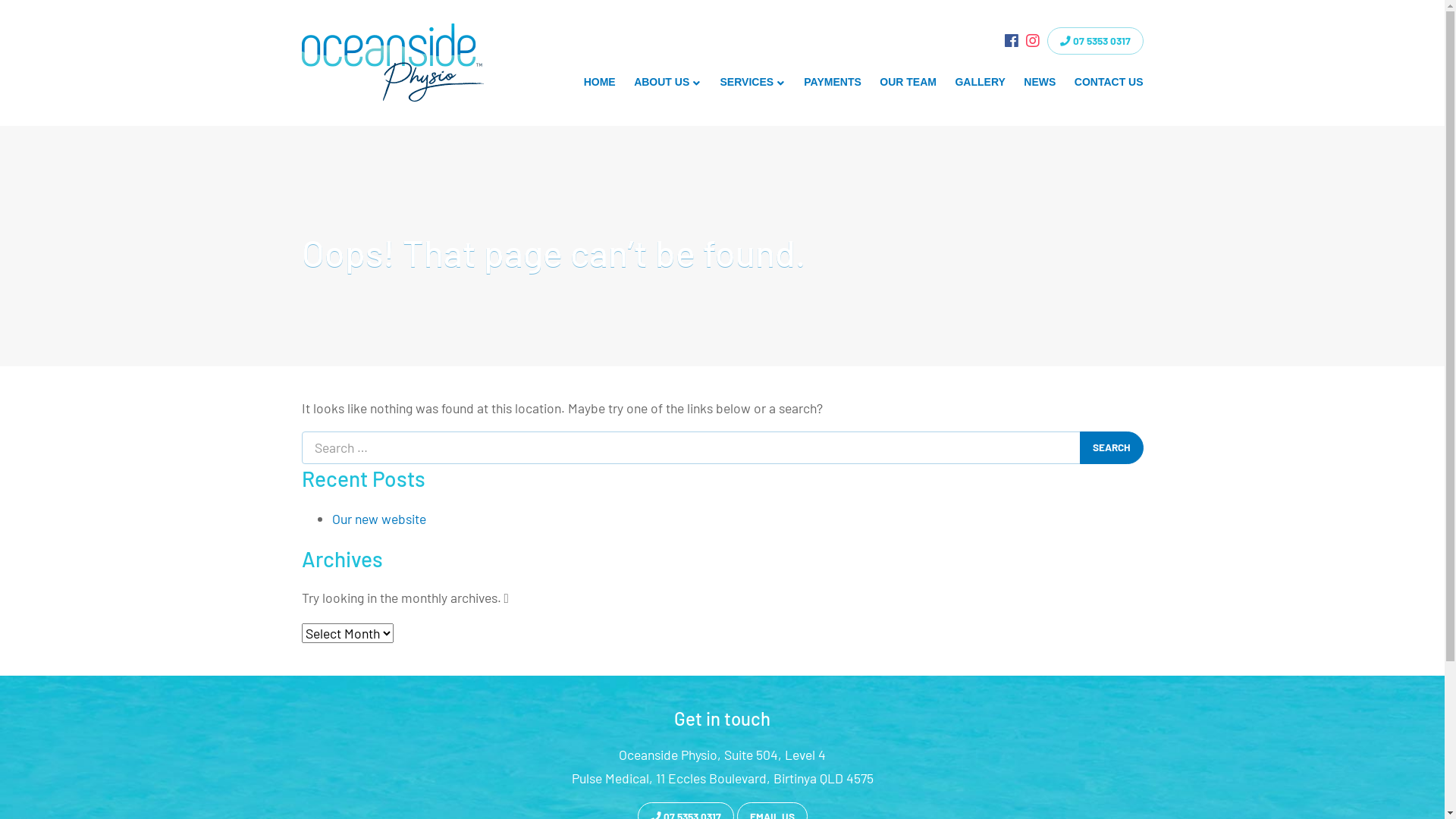  Describe the element at coordinates (1111, 447) in the screenshot. I see `'Search'` at that location.